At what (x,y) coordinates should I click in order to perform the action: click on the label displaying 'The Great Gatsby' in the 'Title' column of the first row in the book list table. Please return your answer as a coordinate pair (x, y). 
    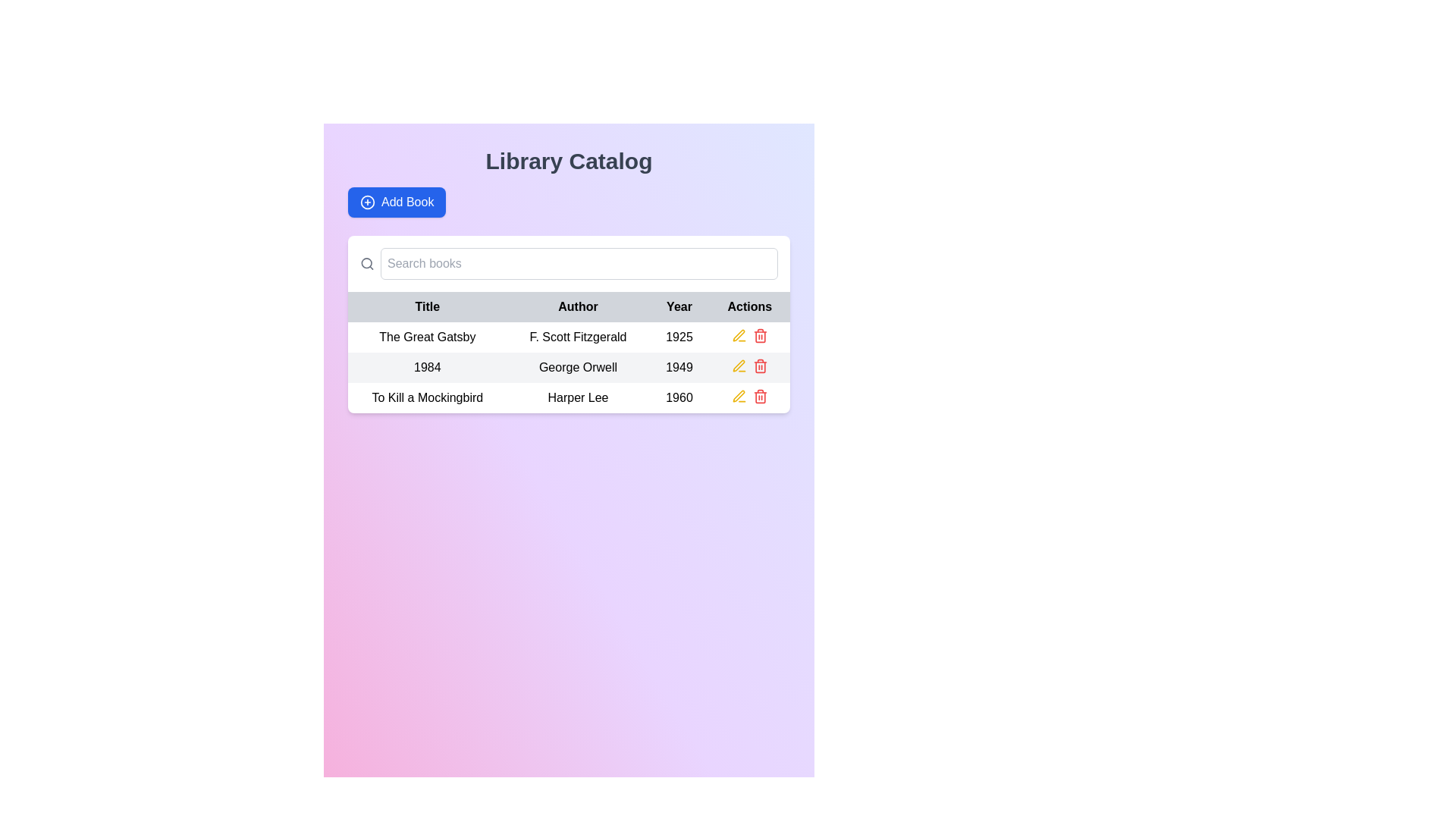
    Looking at the image, I should click on (426, 336).